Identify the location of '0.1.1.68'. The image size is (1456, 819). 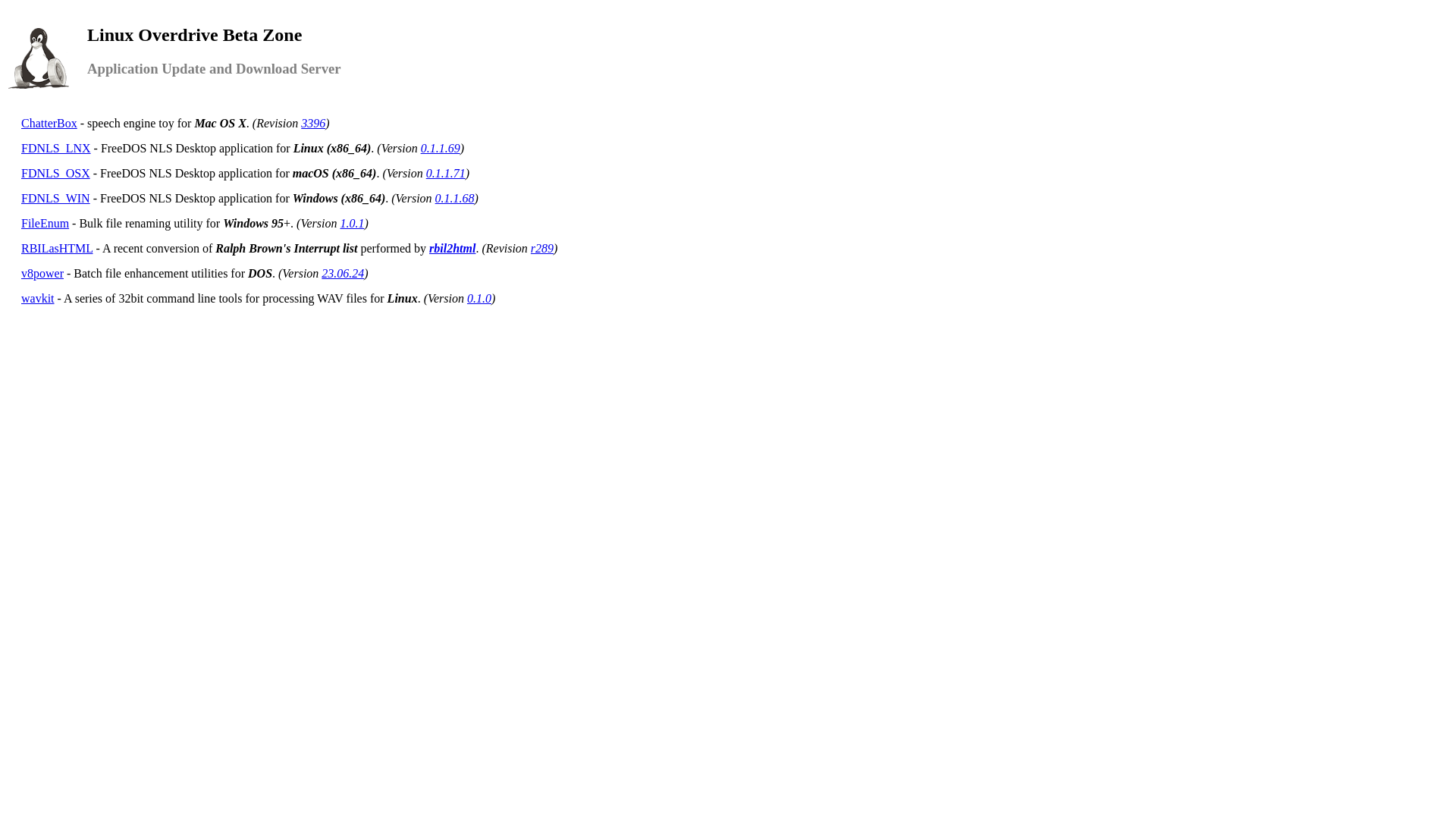
(454, 197).